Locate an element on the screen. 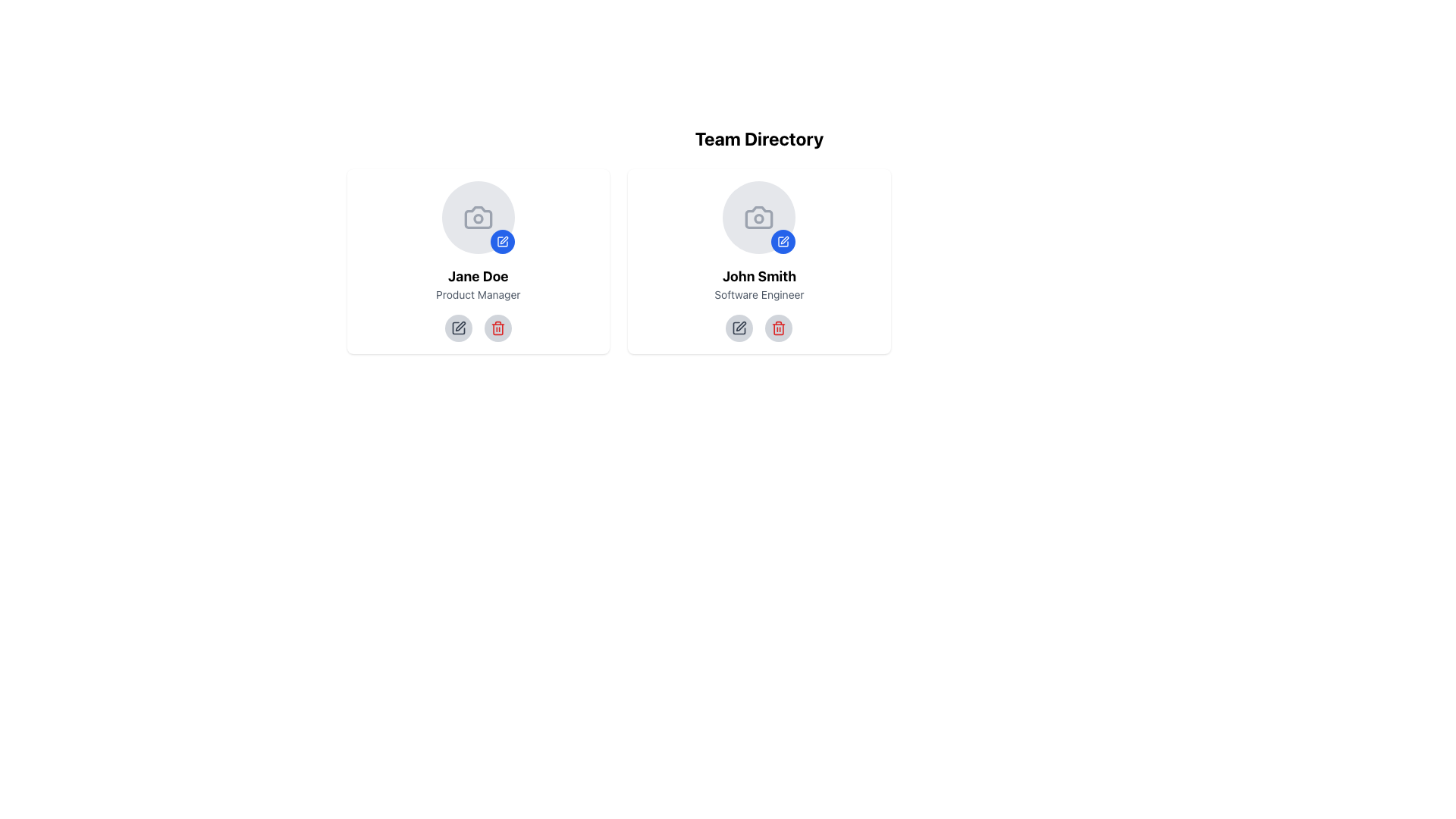  the small circular SVG element representing the camera lens in the left profile card for 'Jane Doe' is located at coordinates (477, 218).